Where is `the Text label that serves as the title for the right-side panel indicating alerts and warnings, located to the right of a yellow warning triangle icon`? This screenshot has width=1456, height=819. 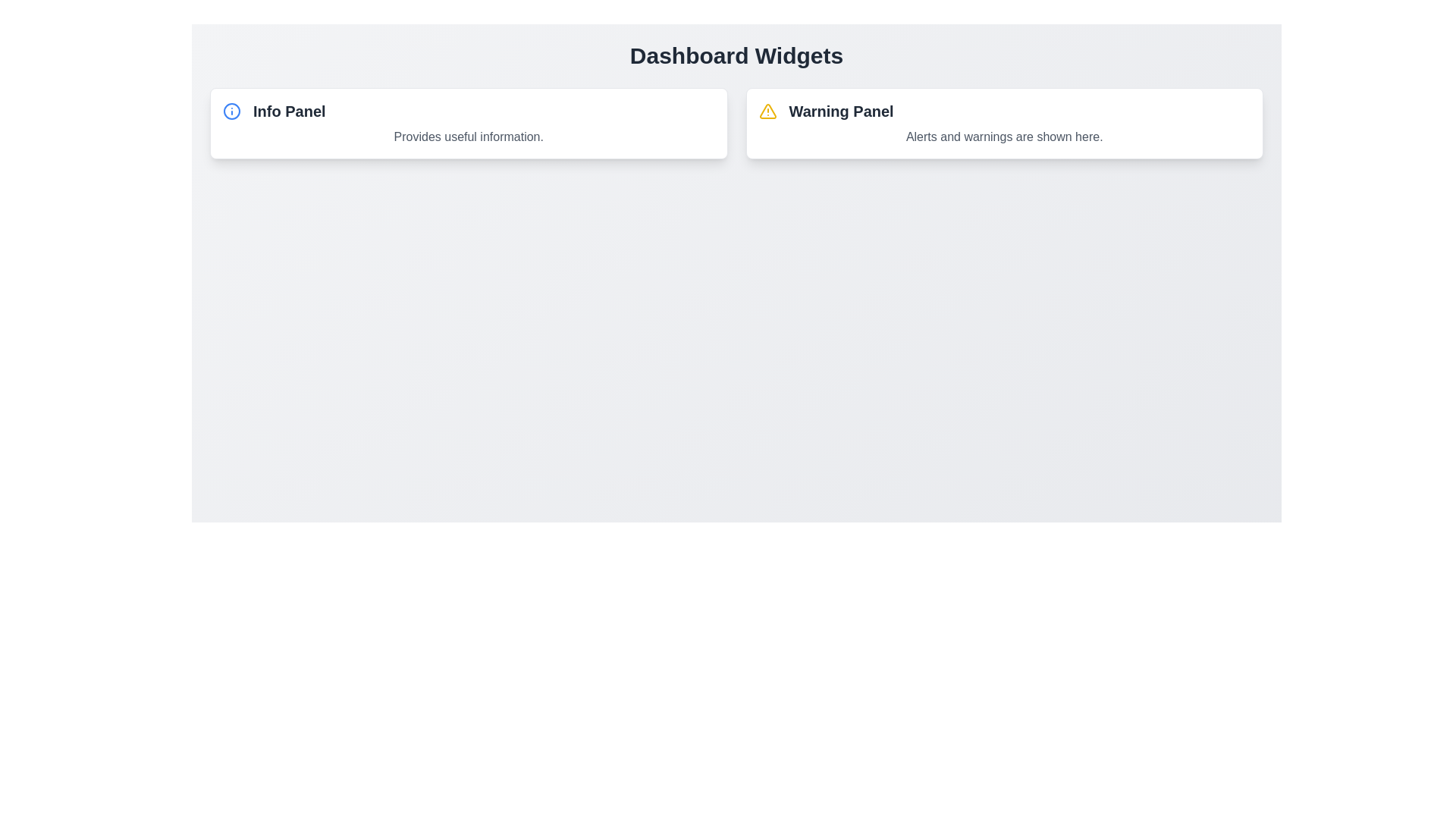
the Text label that serves as the title for the right-side panel indicating alerts and warnings, located to the right of a yellow warning triangle icon is located at coordinates (840, 110).